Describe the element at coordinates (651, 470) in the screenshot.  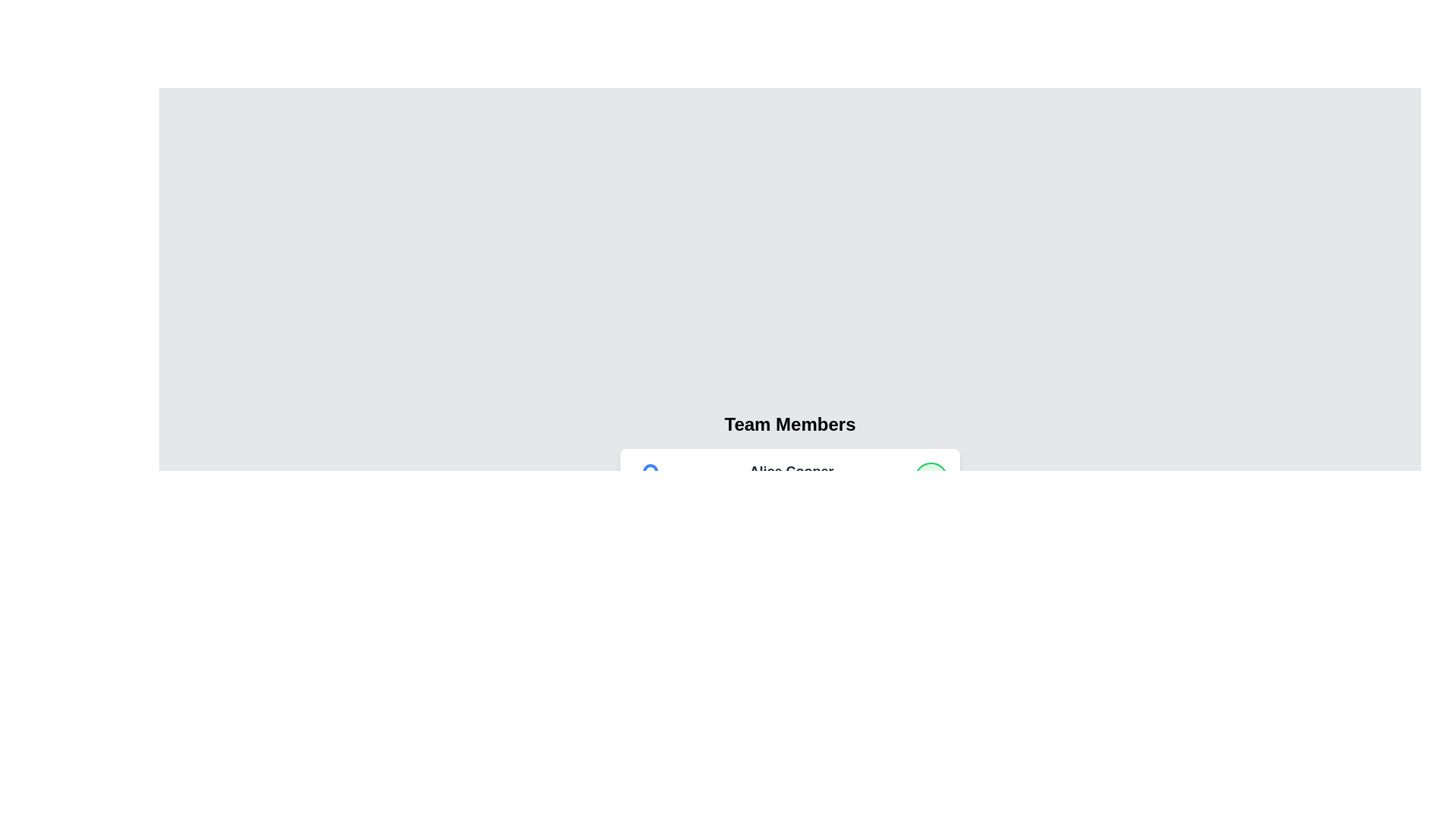
I see `the SVG Circle that represents the user profile icon for 'Alice Cooper' located in the 'Team Members' section of the card` at that location.